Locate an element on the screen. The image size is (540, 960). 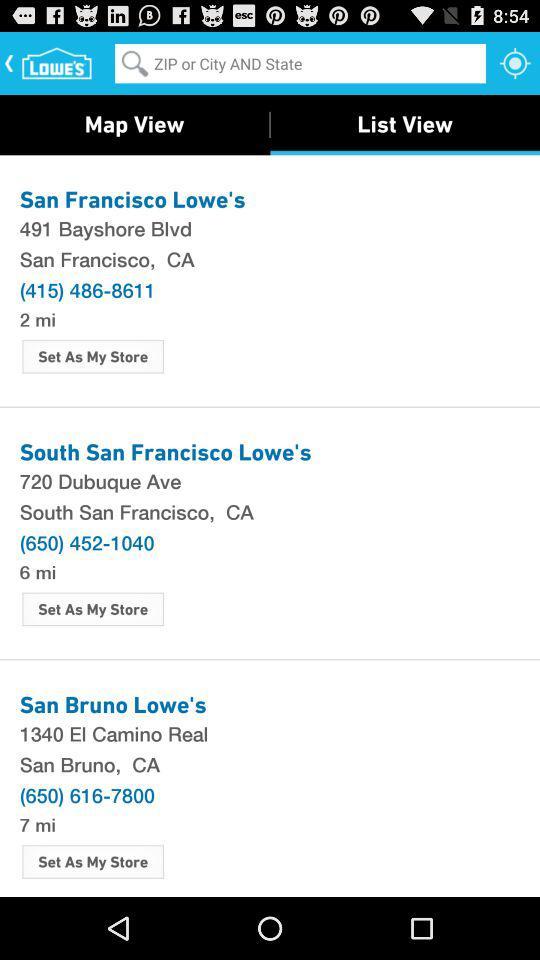
720 dubuque ave is located at coordinates (270, 480).